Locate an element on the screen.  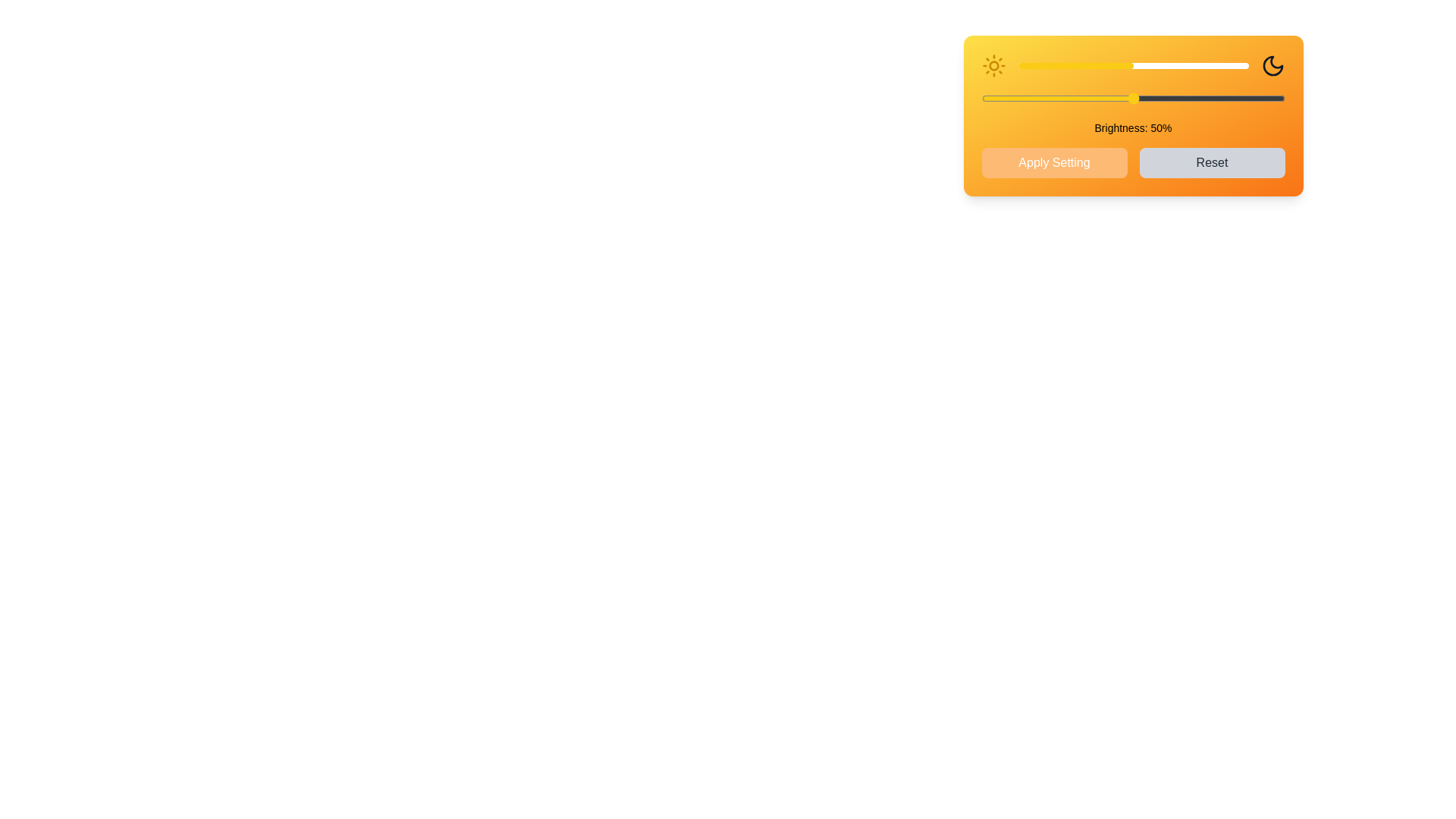
the brightness slider to set the brightness level to 37 is located at coordinates (1103, 65).